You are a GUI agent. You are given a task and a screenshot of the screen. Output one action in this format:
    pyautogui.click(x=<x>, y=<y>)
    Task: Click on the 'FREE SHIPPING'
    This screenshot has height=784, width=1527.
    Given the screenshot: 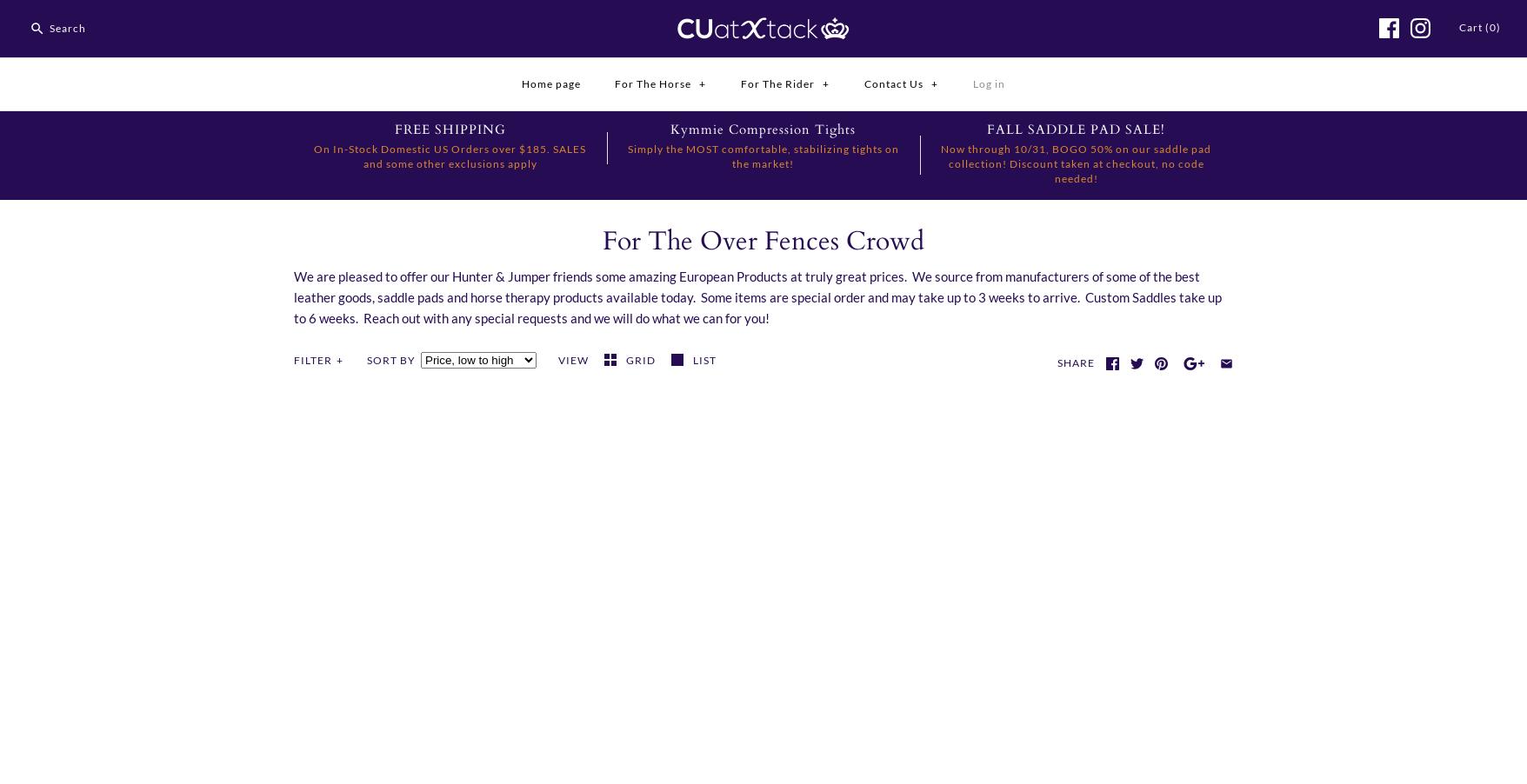 What is the action you would take?
    pyautogui.click(x=449, y=129)
    